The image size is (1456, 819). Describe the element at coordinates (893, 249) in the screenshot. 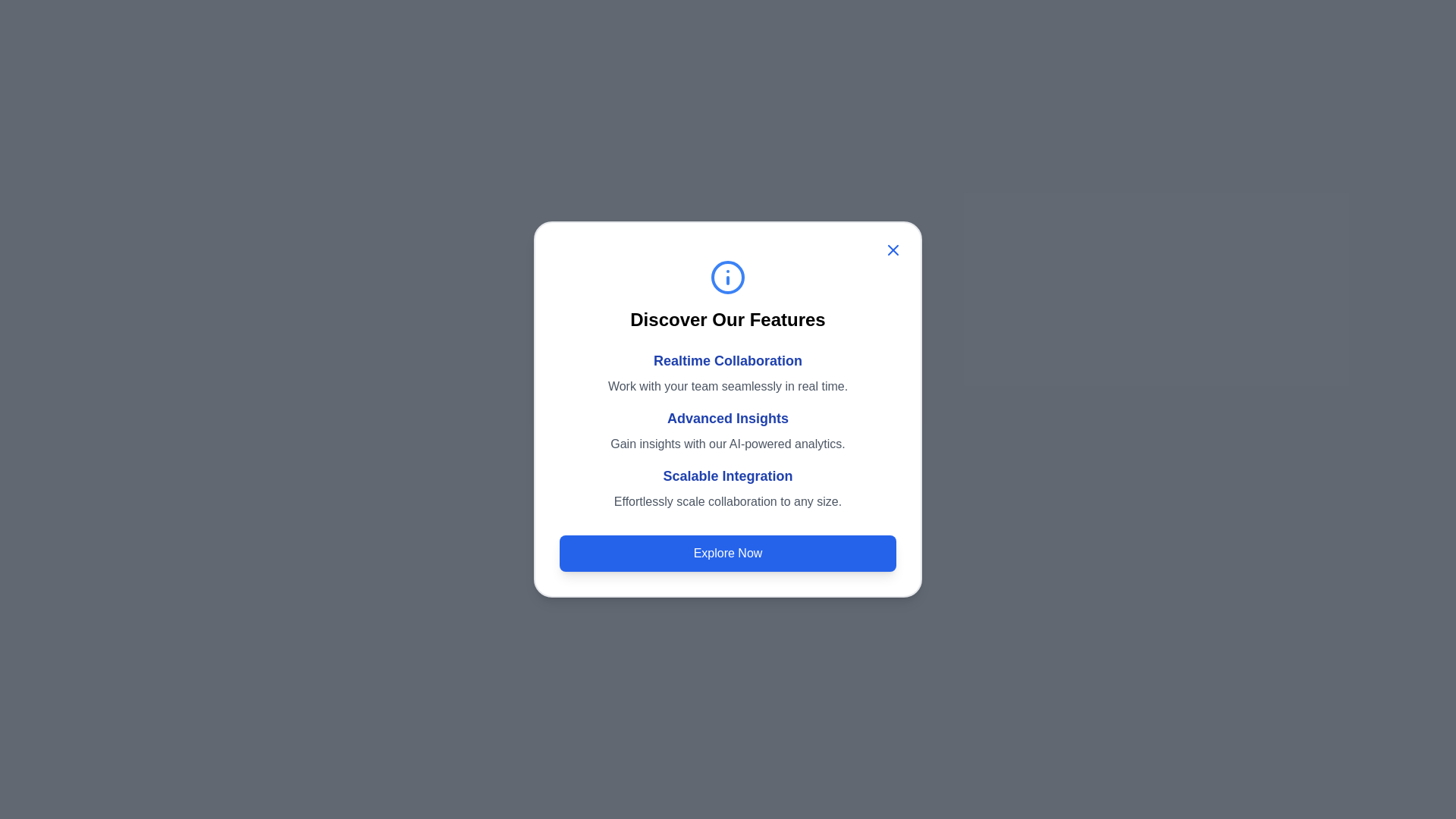

I see `the close button located at the top-right corner of the panel` at that location.